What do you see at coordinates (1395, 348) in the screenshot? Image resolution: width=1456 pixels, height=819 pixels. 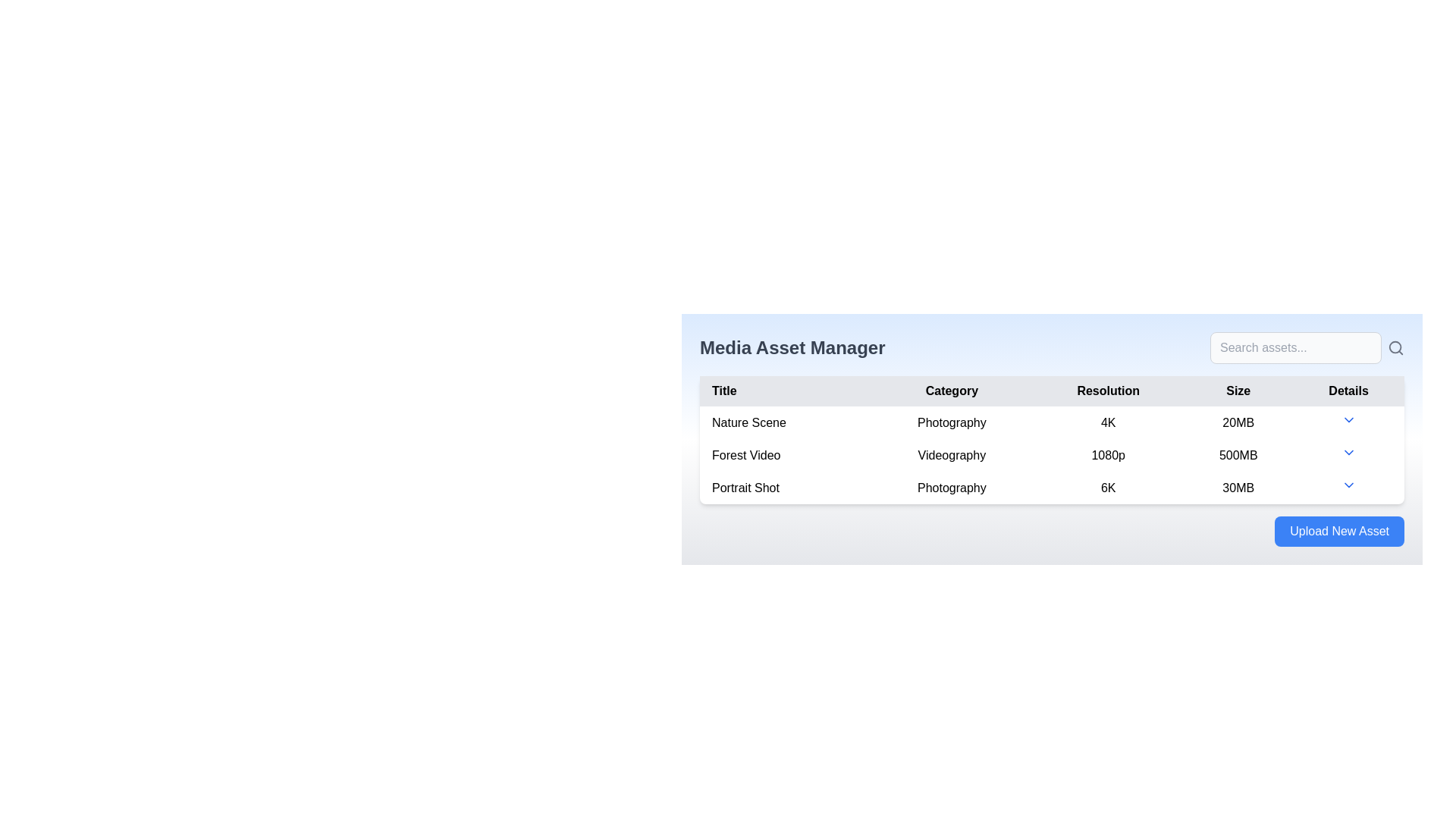 I see `the small circular magnifying glass icon, outlined in gray, located at the far right edge of the search bar` at bounding box center [1395, 348].